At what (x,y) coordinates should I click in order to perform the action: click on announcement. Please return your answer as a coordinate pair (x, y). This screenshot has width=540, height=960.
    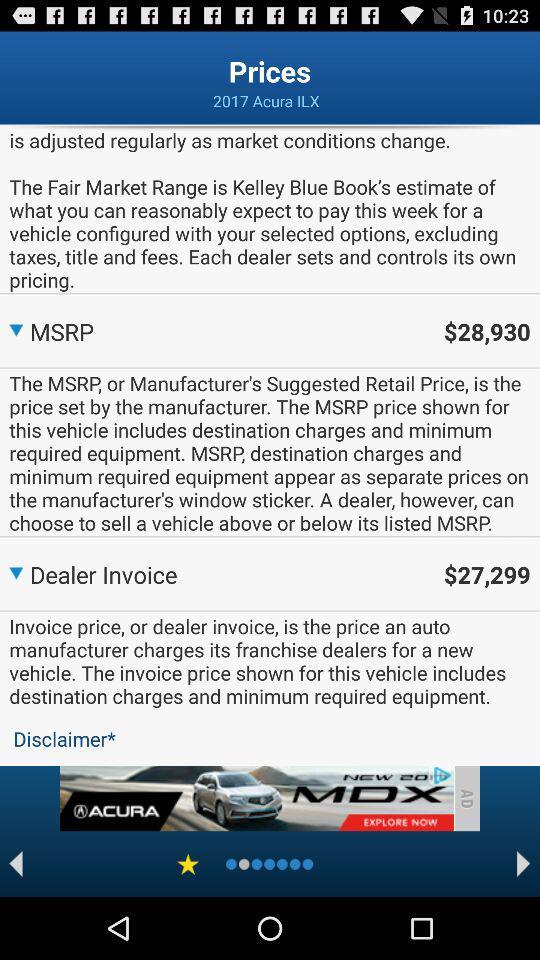
    Looking at the image, I should click on (256, 798).